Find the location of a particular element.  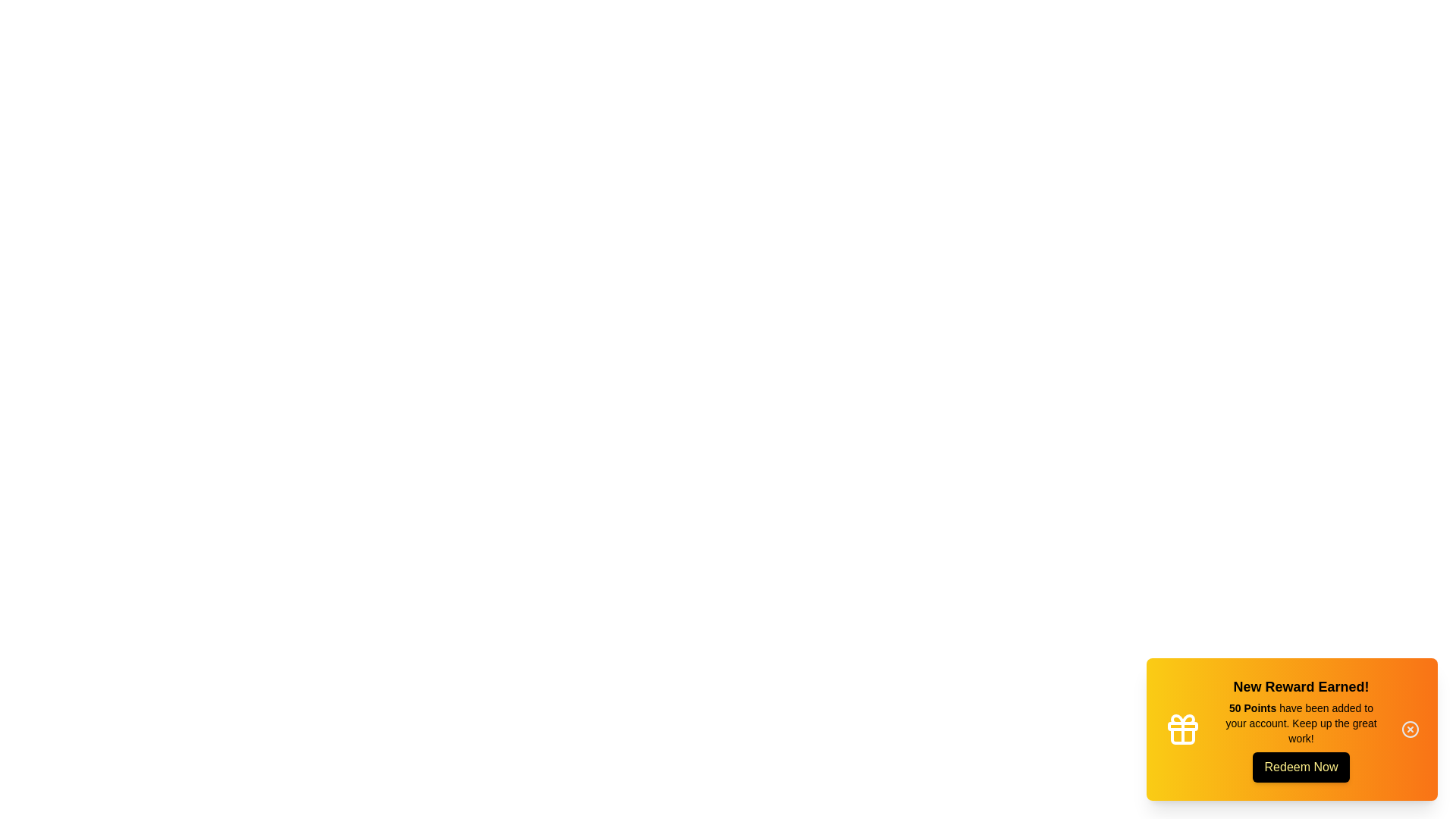

the interactive element 'Redeem Now button' to trigger its visual effect is located at coordinates (1301, 767).